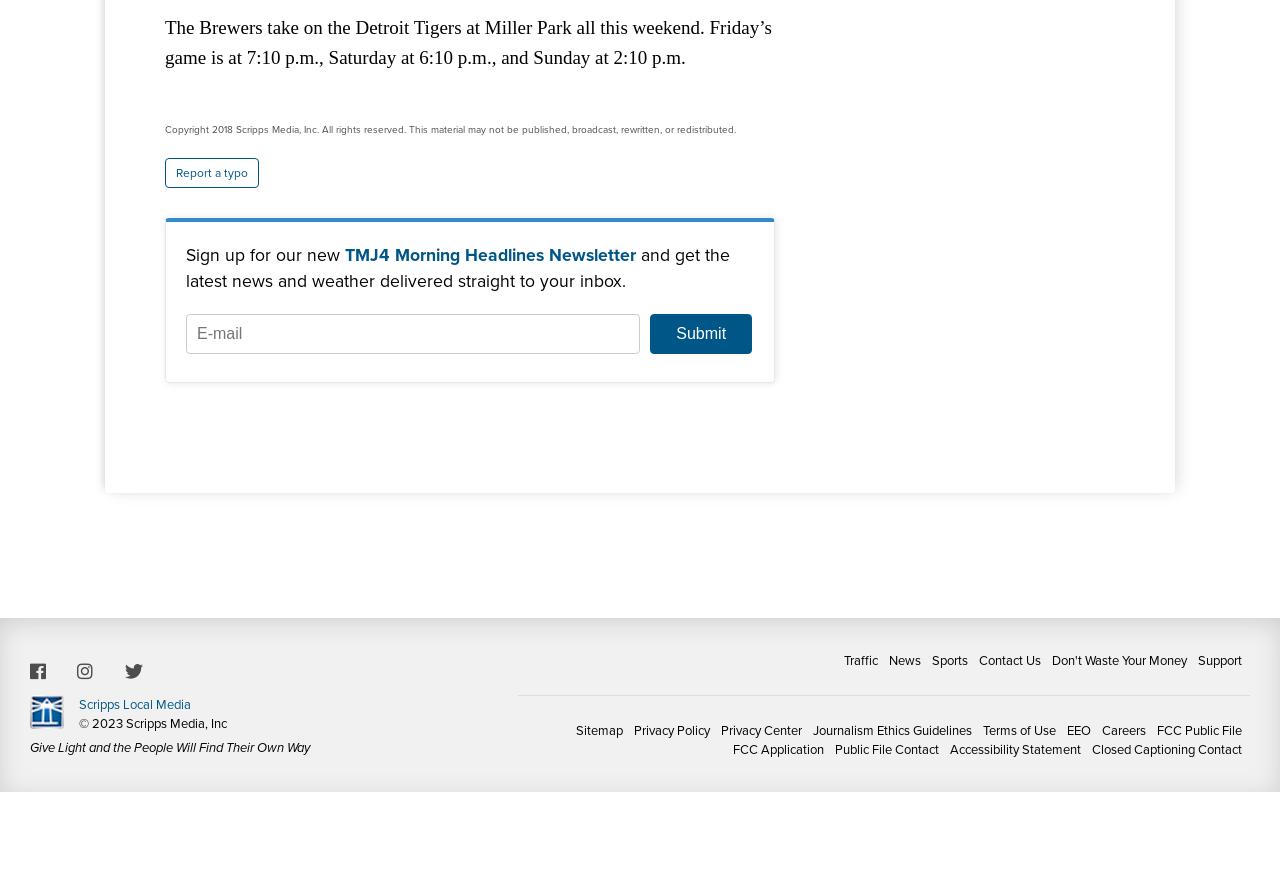  What do you see at coordinates (1010, 658) in the screenshot?
I see `'Contact Us'` at bounding box center [1010, 658].